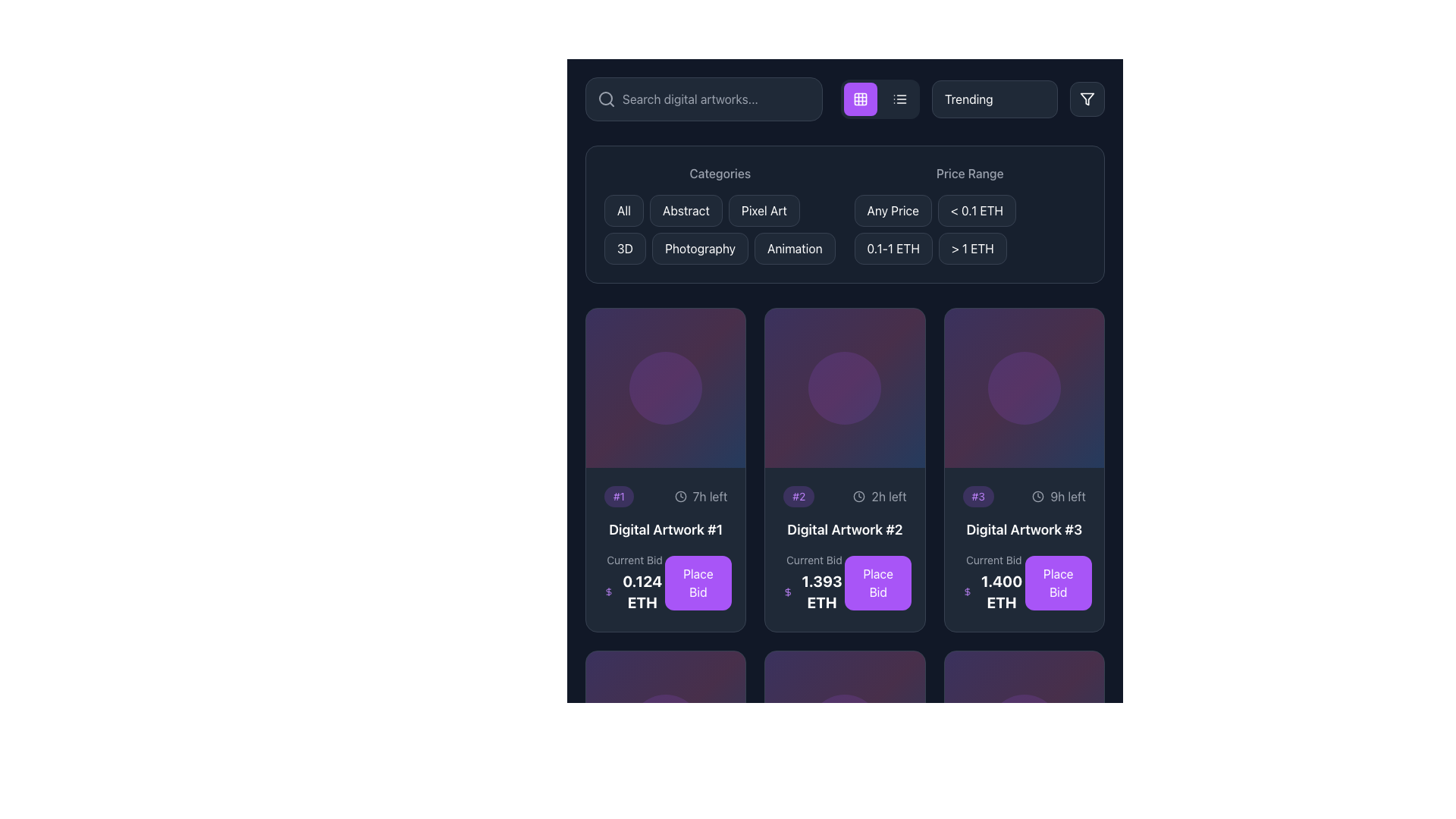 The height and width of the screenshot is (819, 1456). I want to click on the clock icon located to the left of the '2h left' text above the title of the second digital artwork in the grid, so click(859, 497).